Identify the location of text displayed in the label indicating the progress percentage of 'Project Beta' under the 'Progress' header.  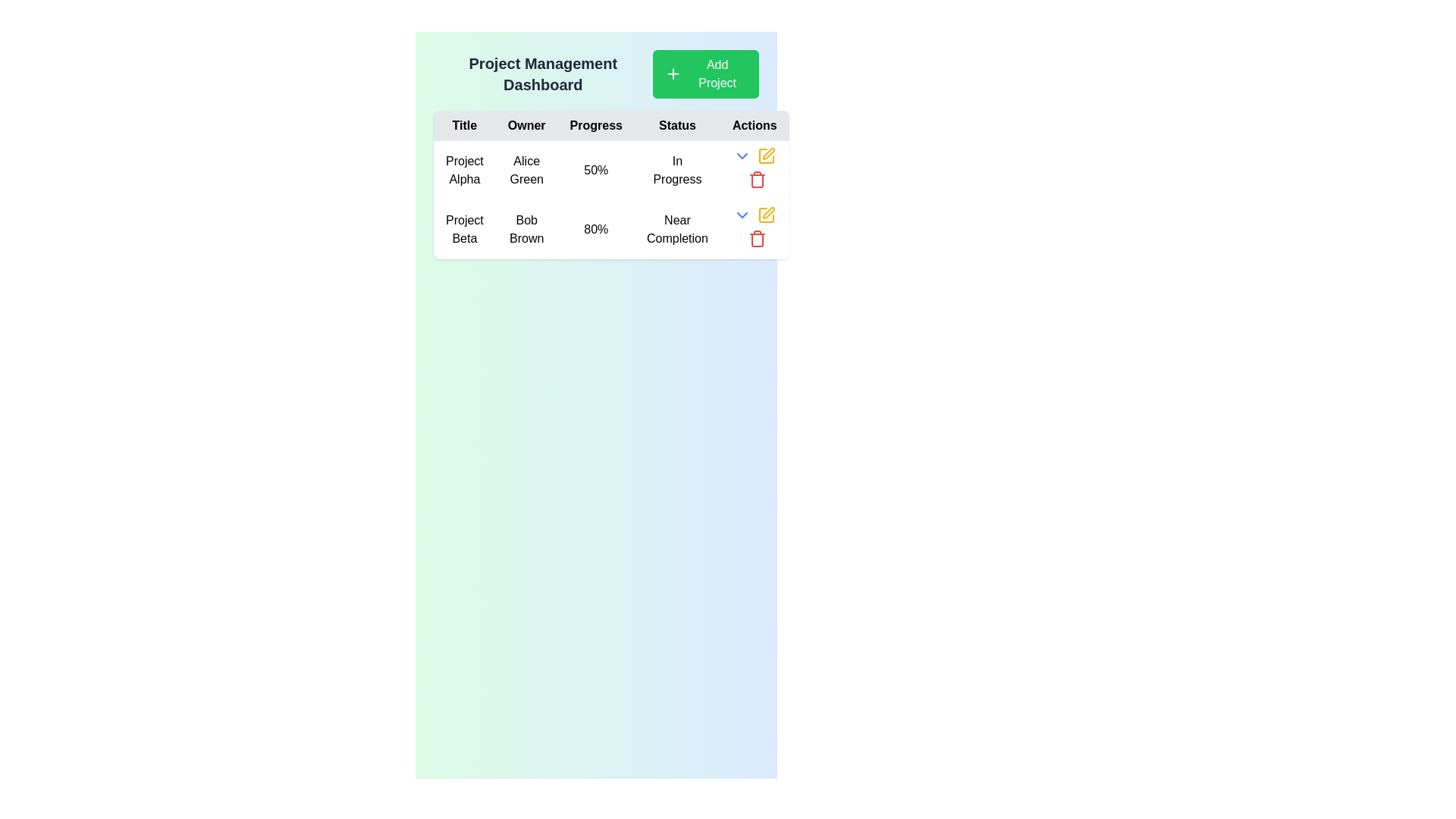
(595, 230).